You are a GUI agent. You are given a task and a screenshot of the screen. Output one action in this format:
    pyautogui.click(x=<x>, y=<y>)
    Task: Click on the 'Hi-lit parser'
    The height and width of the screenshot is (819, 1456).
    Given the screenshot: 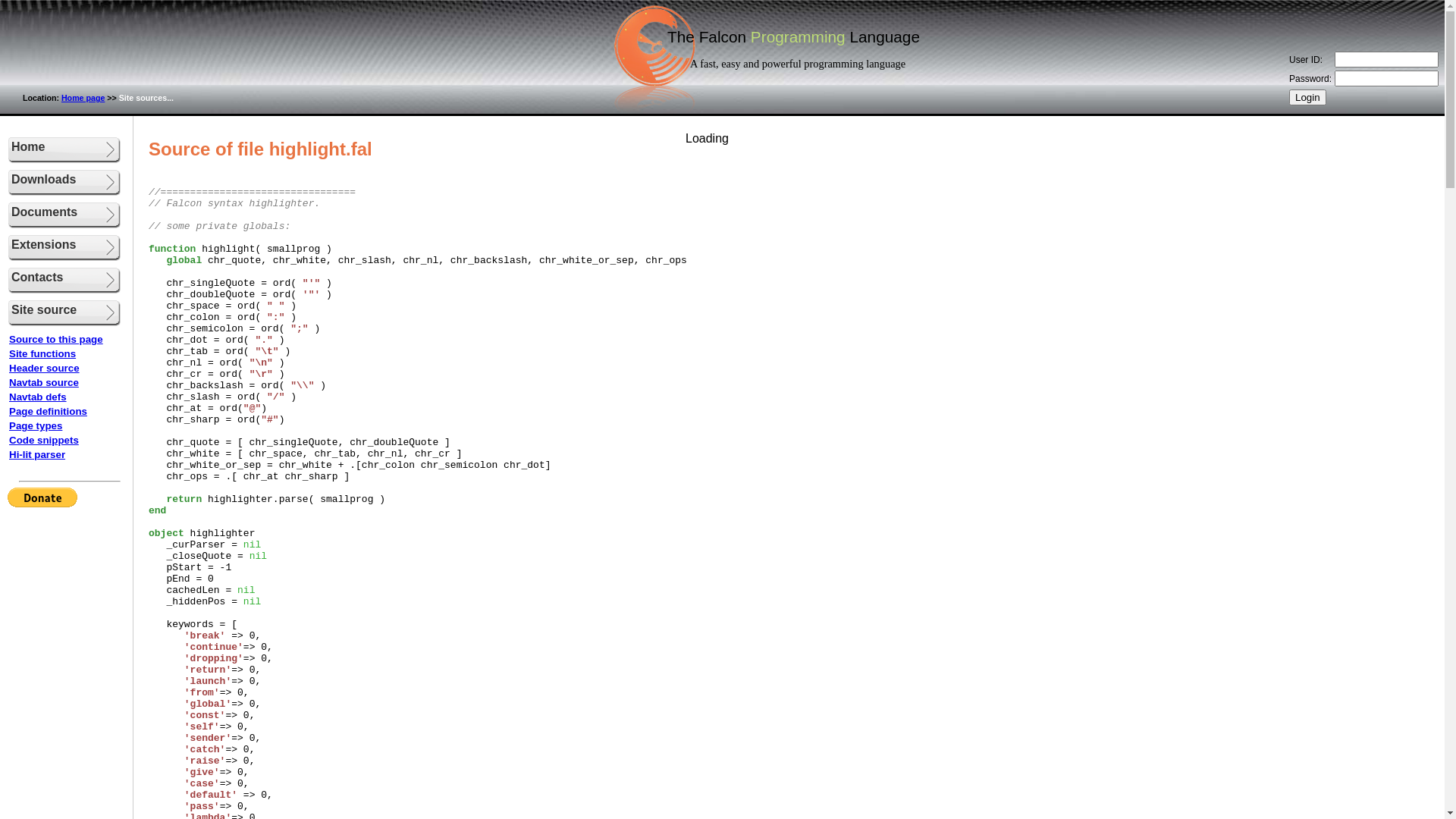 What is the action you would take?
    pyautogui.click(x=36, y=453)
    